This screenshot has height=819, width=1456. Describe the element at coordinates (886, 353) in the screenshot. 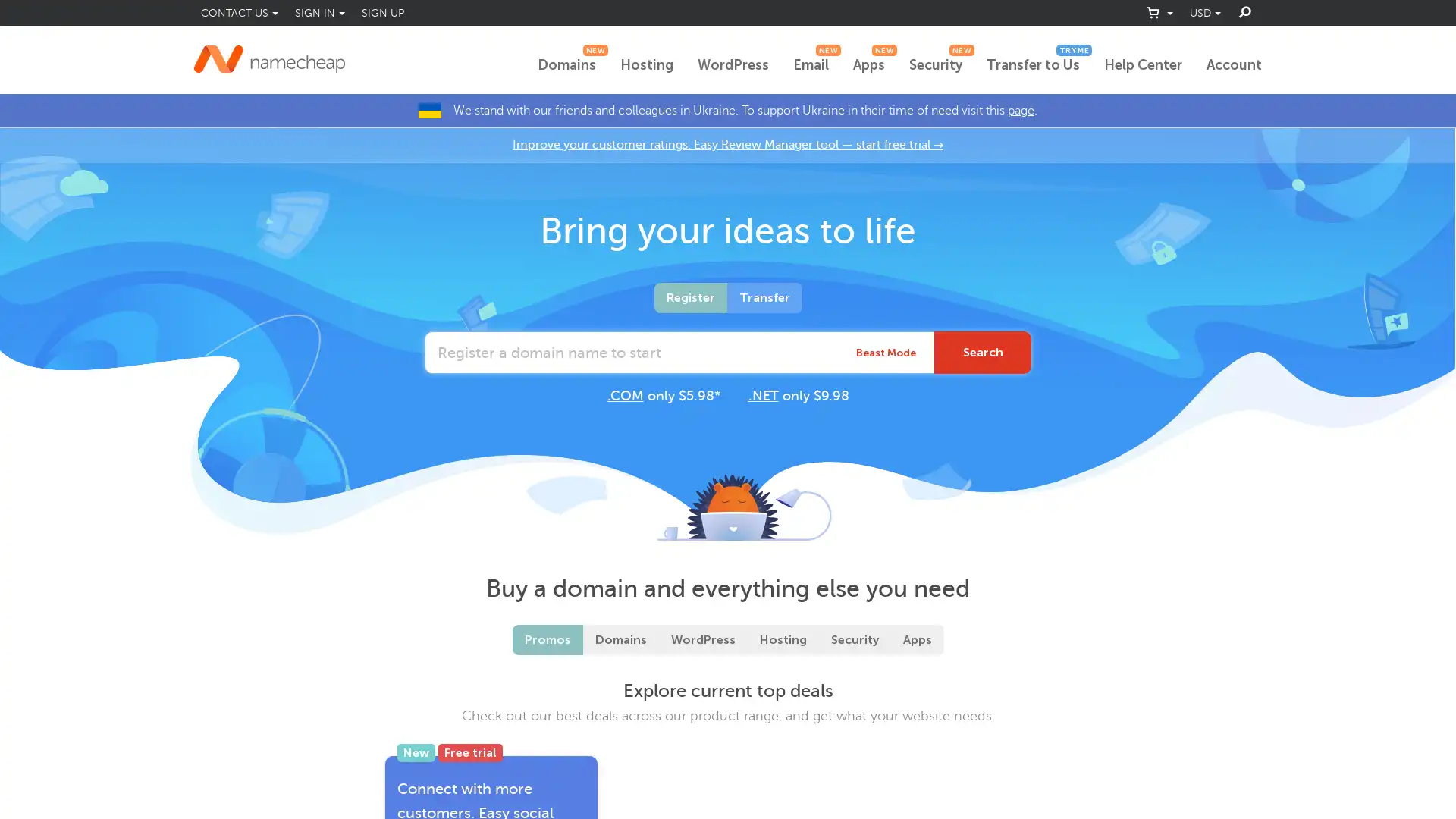

I see `Beast Mode` at that location.